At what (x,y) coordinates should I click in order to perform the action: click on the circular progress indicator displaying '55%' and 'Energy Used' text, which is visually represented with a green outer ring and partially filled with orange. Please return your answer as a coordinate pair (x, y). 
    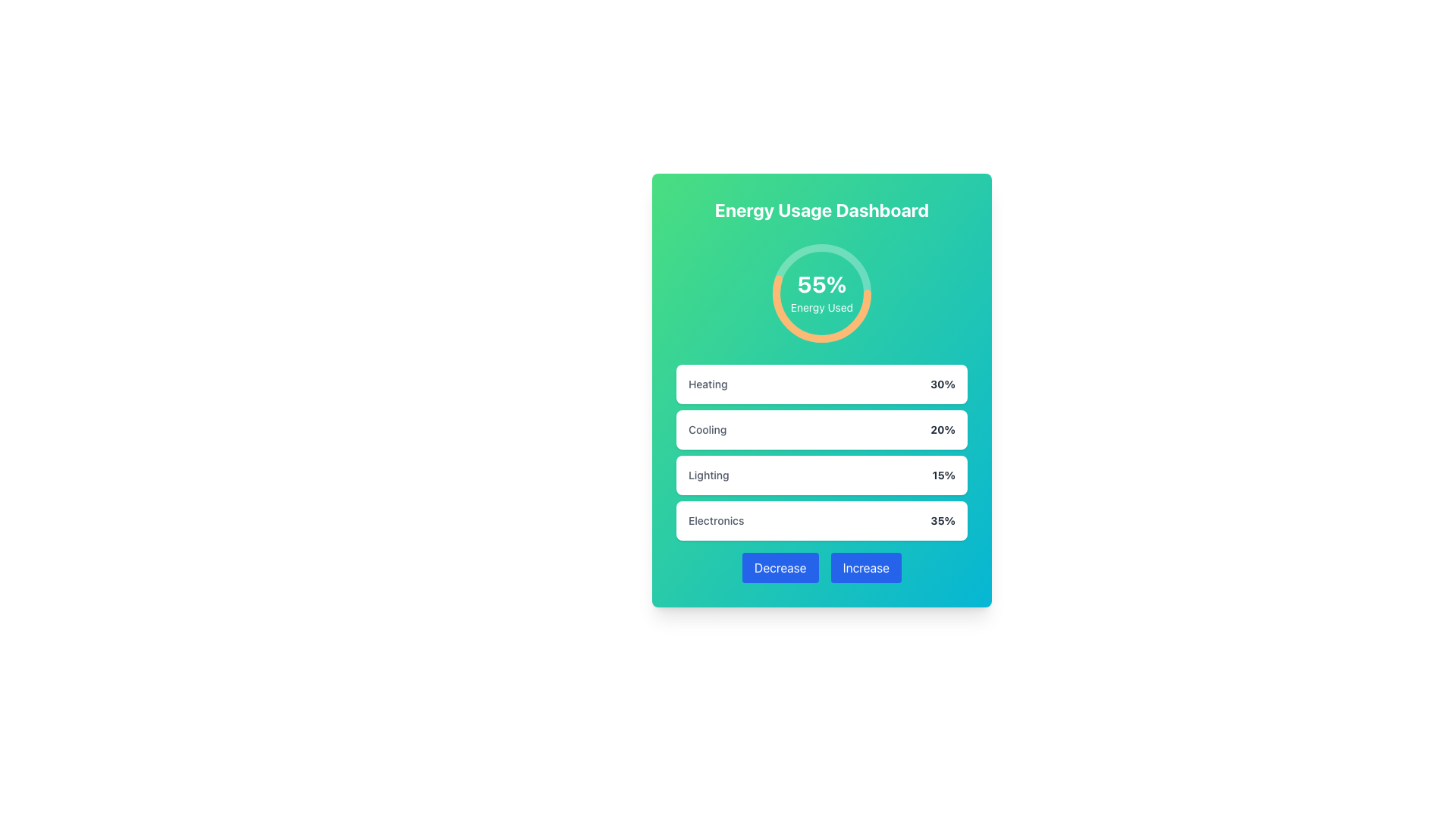
    Looking at the image, I should click on (821, 293).